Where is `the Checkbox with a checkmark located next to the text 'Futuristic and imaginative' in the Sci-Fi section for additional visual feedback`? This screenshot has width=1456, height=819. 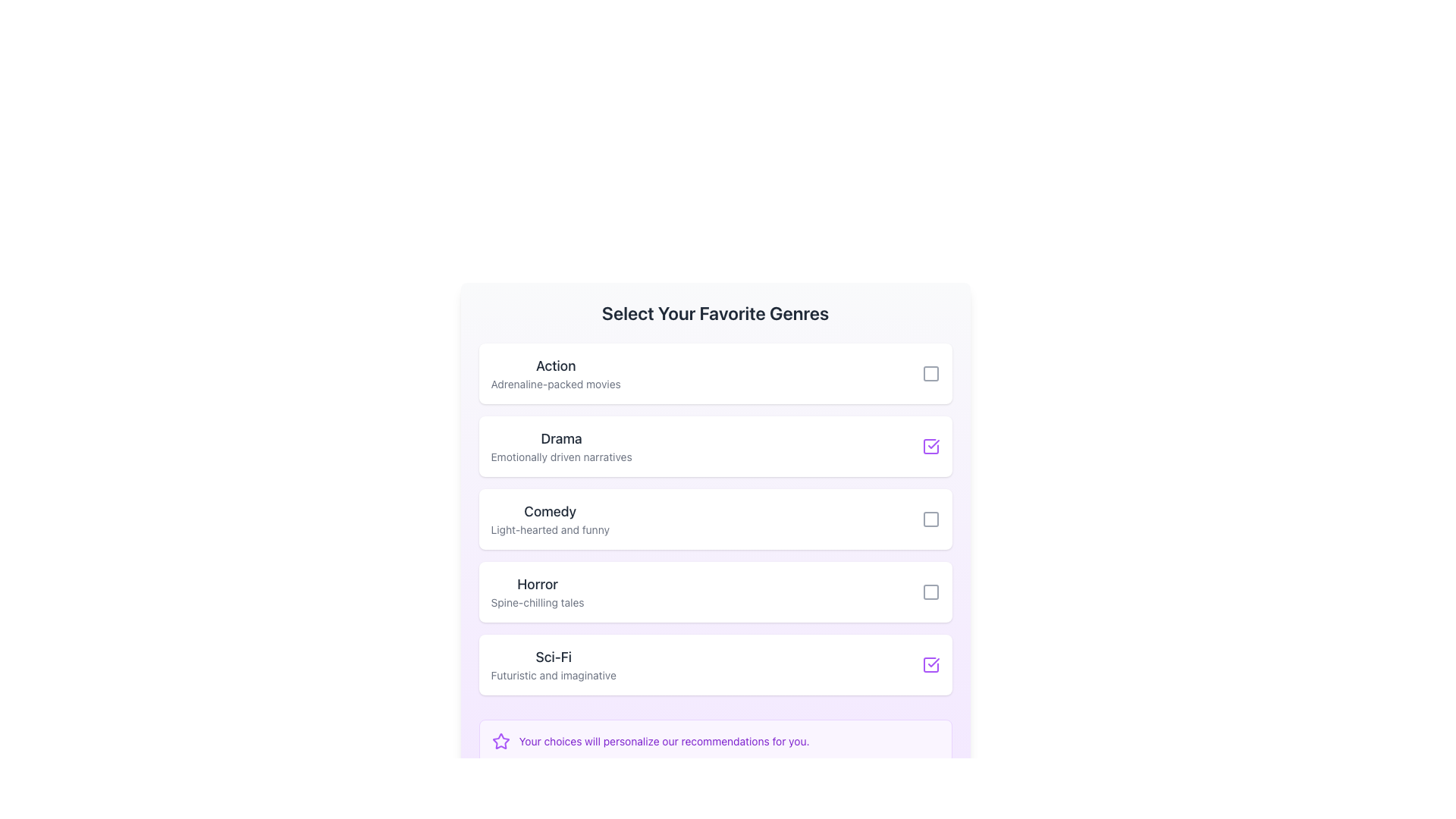 the Checkbox with a checkmark located next to the text 'Futuristic and imaginative' in the Sci-Fi section for additional visual feedback is located at coordinates (930, 664).